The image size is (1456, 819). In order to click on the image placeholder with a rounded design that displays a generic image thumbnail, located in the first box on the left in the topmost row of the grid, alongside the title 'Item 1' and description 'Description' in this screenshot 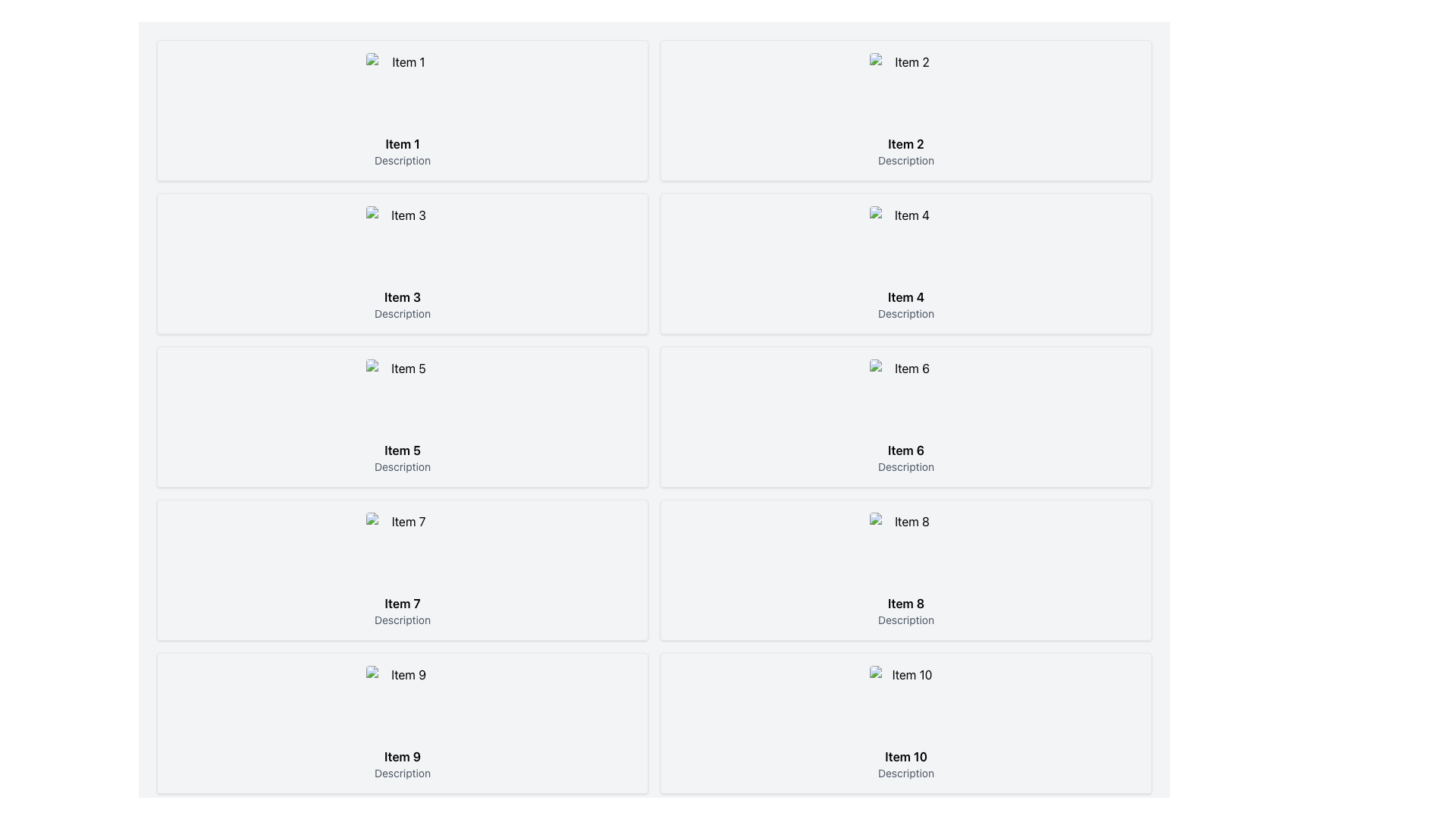, I will do `click(403, 89)`.